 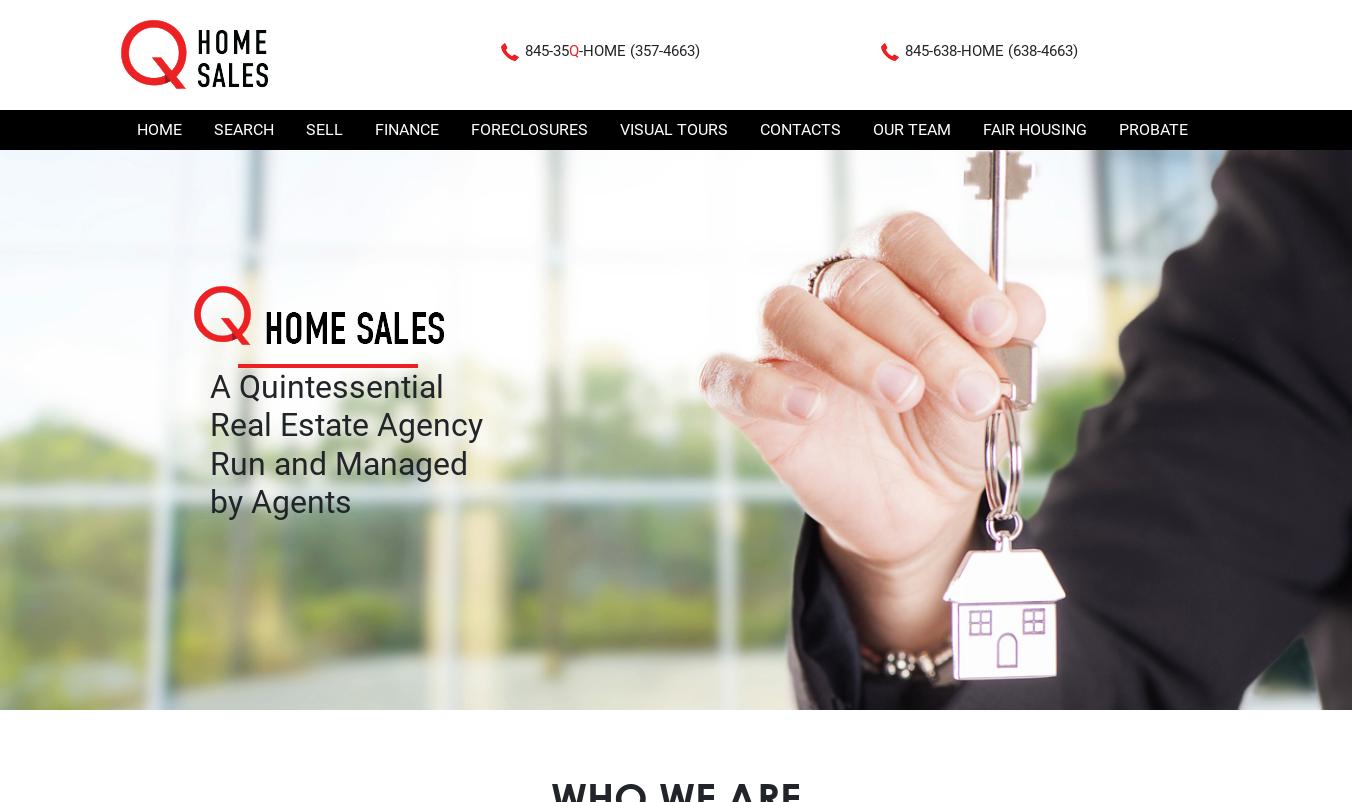 I want to click on 'Real Estate Agency', so click(x=208, y=424).